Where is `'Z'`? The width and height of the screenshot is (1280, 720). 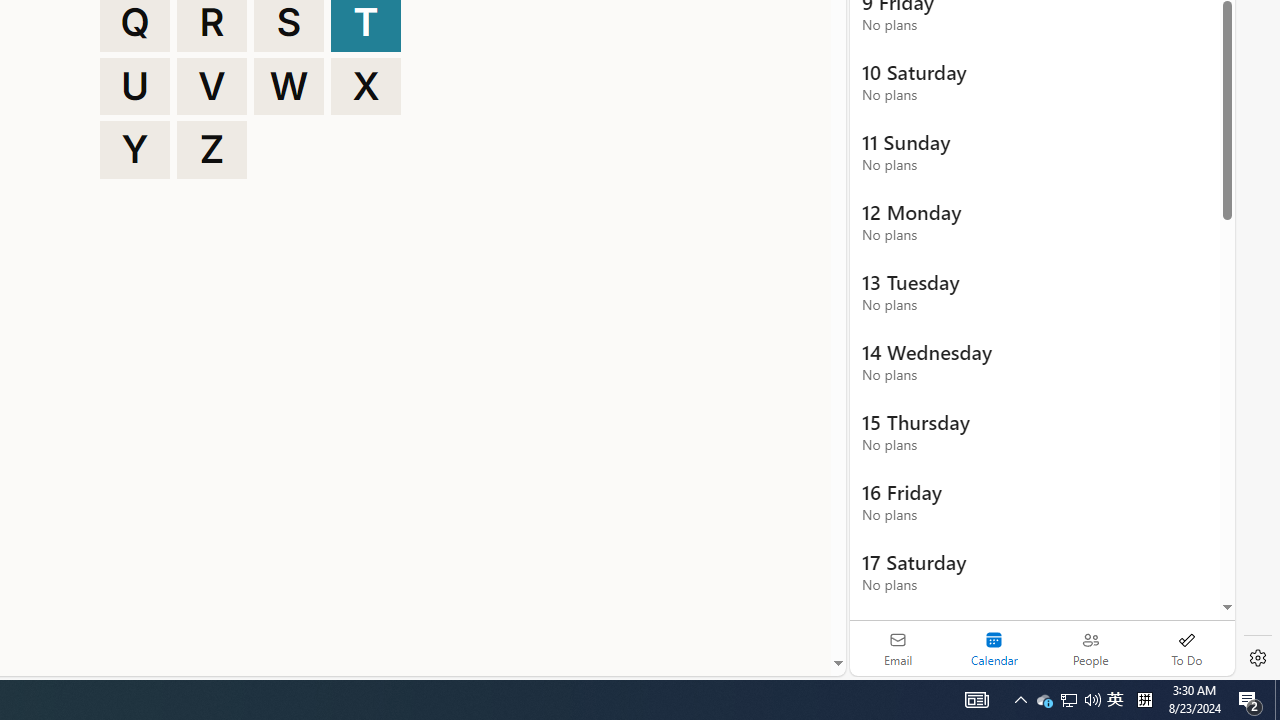
'Z' is located at coordinates (212, 149).